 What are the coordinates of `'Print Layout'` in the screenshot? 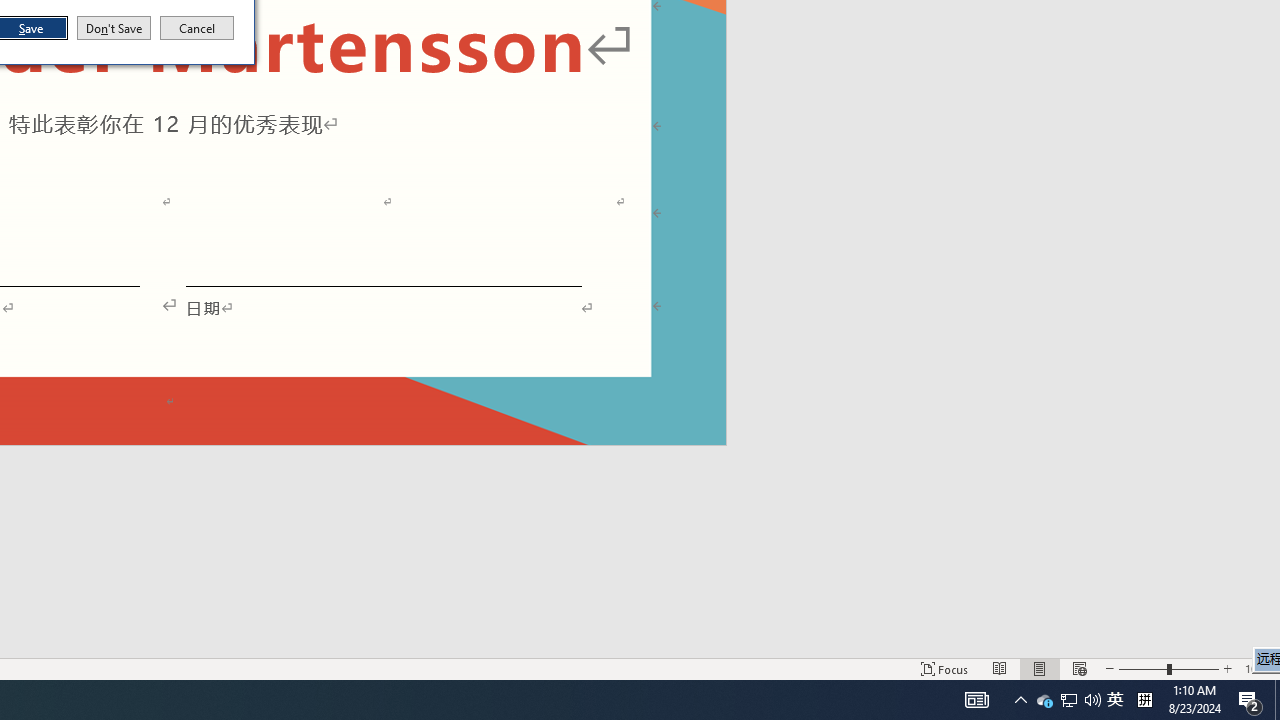 It's located at (1040, 669).